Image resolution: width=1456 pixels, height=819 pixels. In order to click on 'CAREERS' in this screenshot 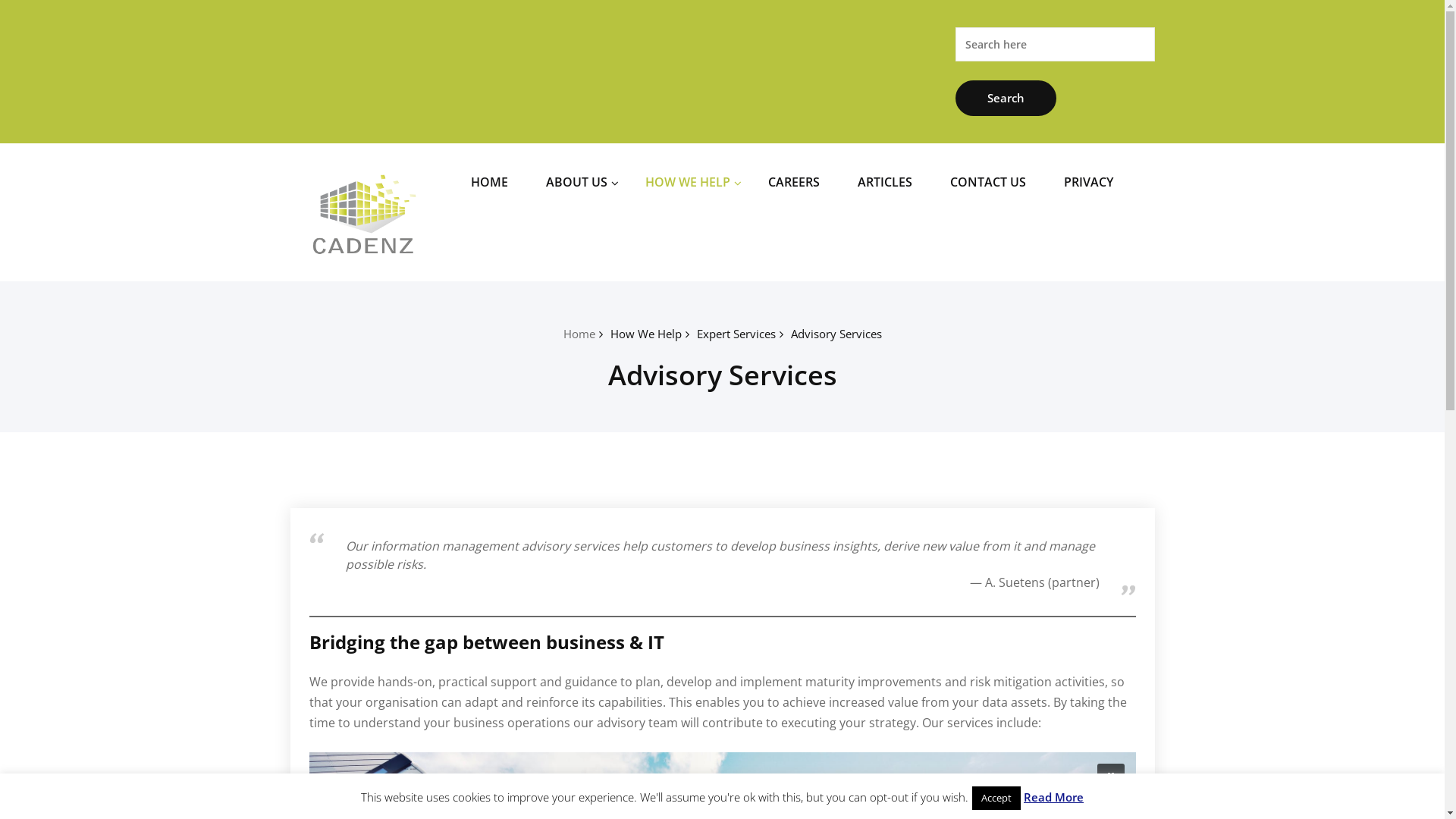, I will do `click(792, 180)`.